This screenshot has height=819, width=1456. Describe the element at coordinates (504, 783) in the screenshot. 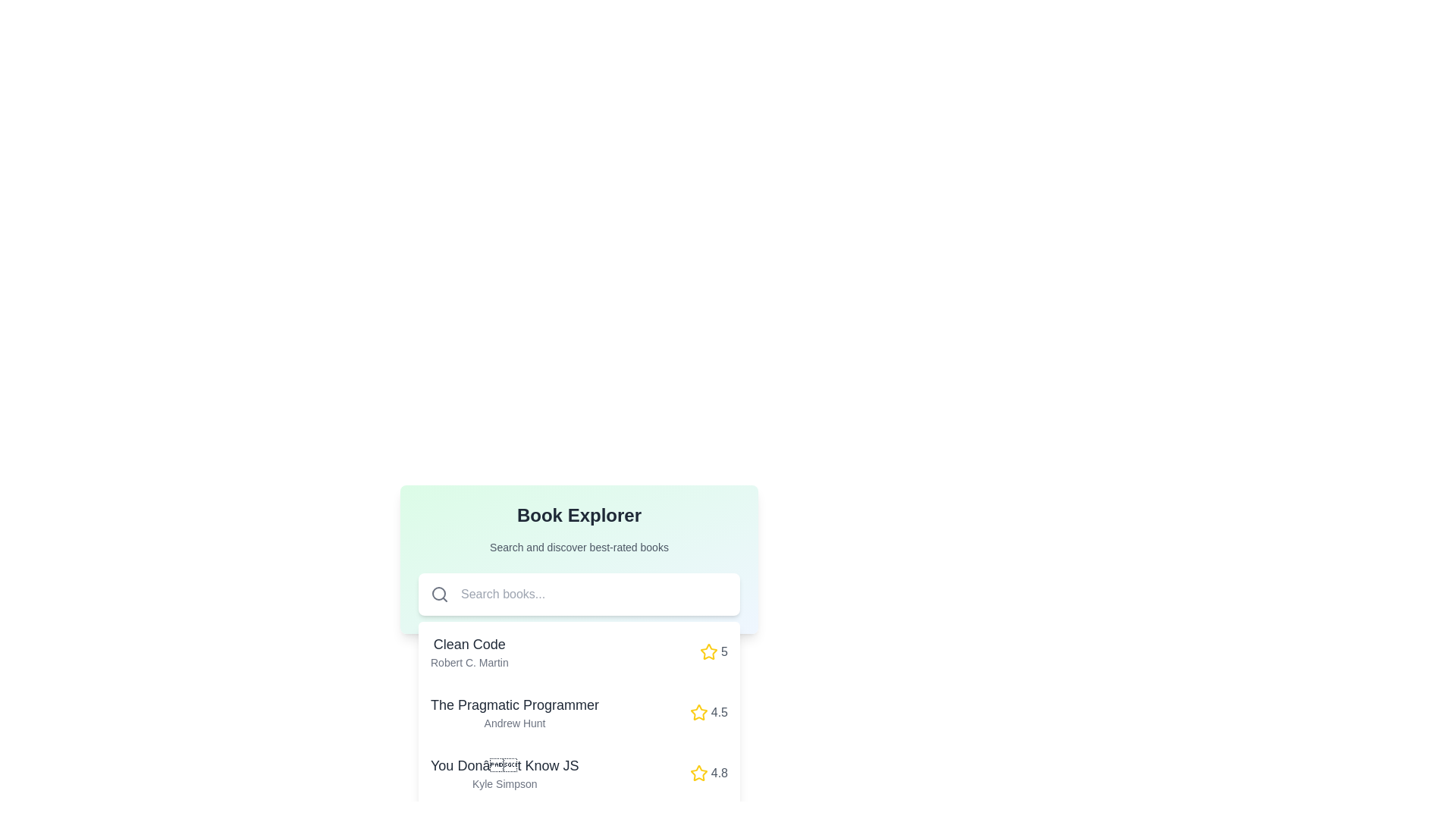

I see `text content of the small-sized text label displaying 'Kyle Simpson' in light gray font, located in the third row of the book list below the title 'You Don’t Know JS'` at that location.